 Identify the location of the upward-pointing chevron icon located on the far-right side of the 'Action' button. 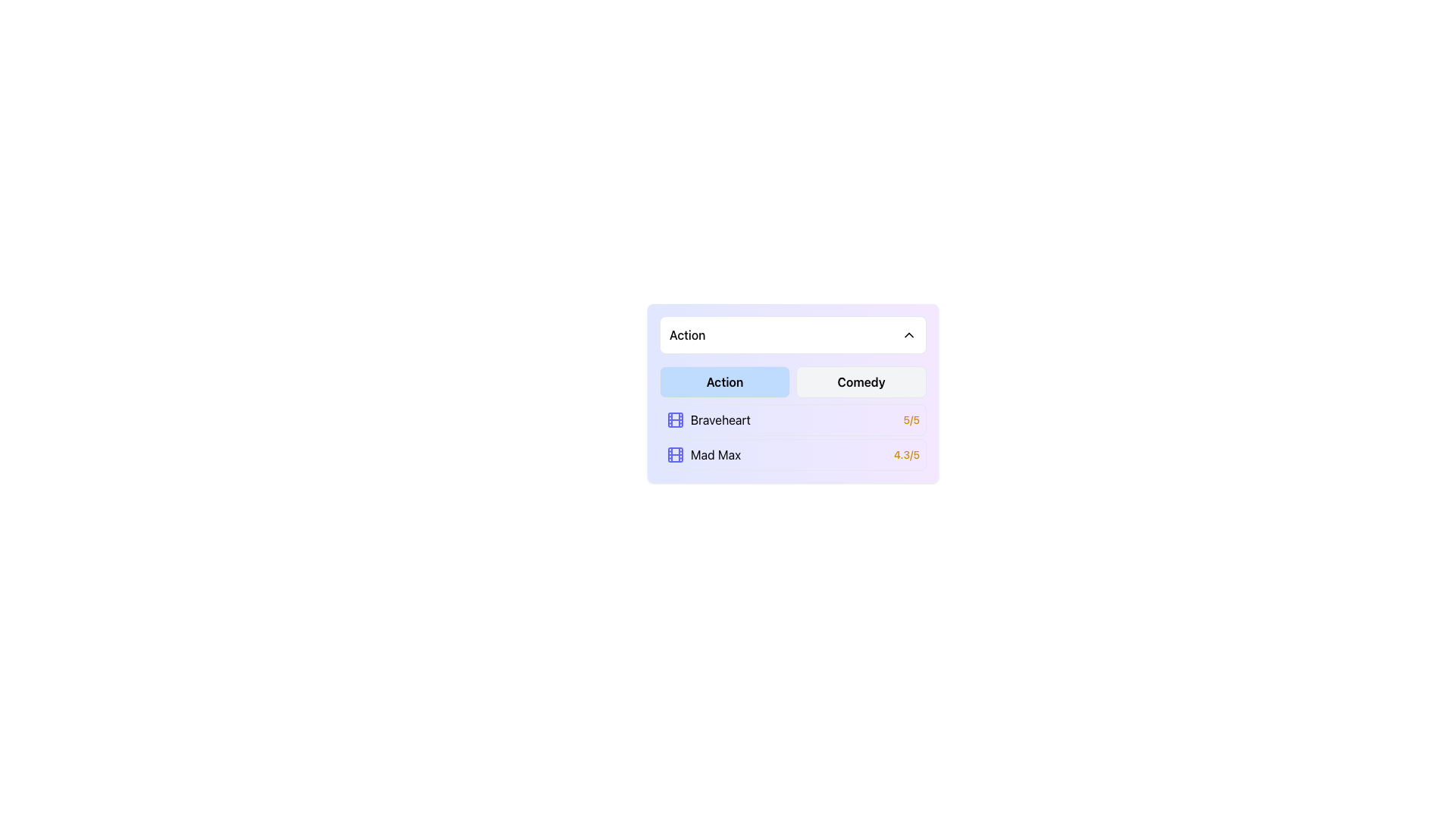
(909, 334).